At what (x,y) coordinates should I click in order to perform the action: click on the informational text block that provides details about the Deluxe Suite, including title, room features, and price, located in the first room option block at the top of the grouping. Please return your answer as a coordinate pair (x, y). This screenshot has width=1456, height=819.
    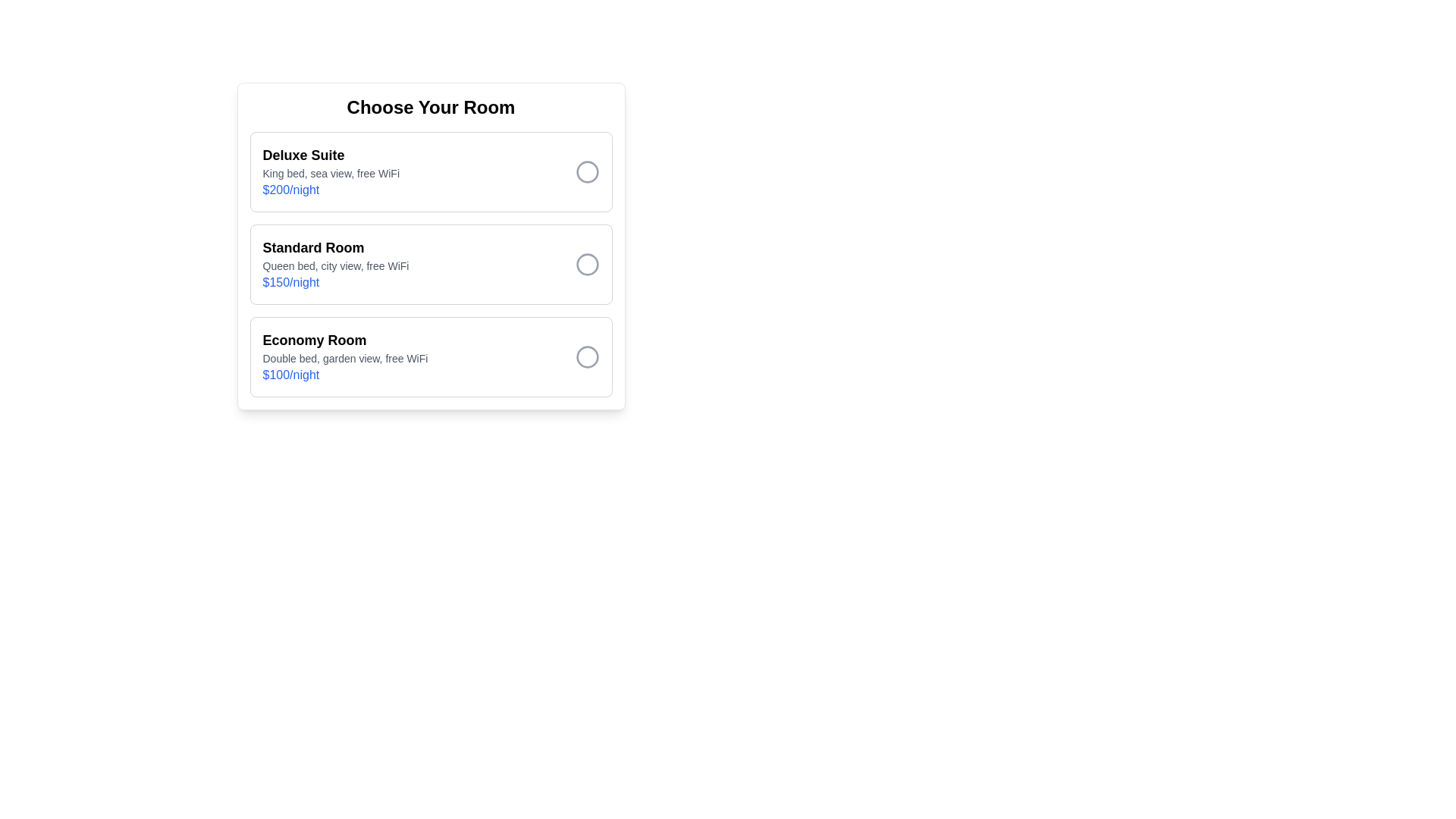
    Looking at the image, I should click on (330, 171).